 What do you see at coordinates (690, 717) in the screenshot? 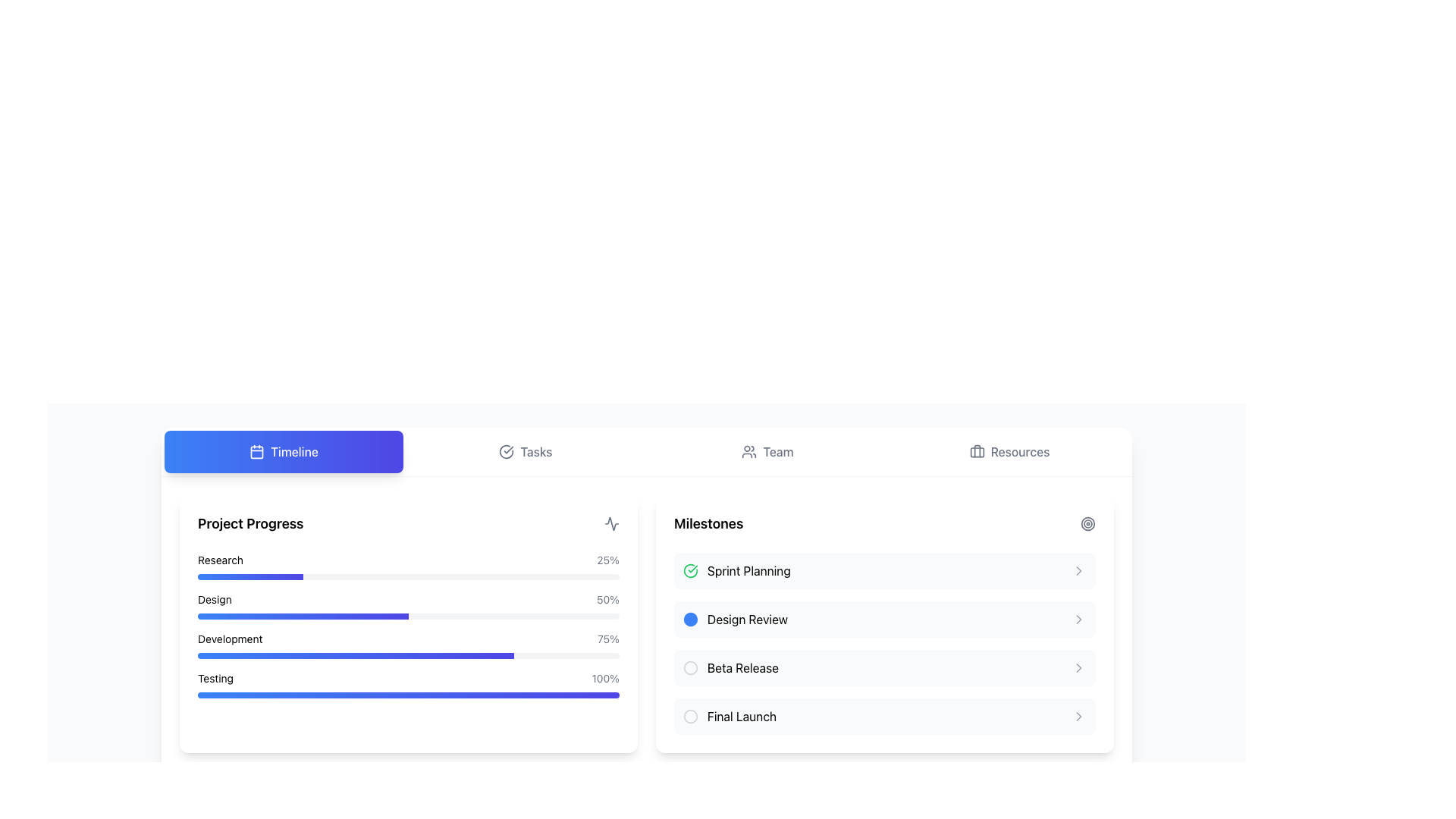
I see `the status indicator icon, which is a gray outlined circle with a diameter of 20 pixels, located to the left of the 'Final Launch' milestone label` at bounding box center [690, 717].